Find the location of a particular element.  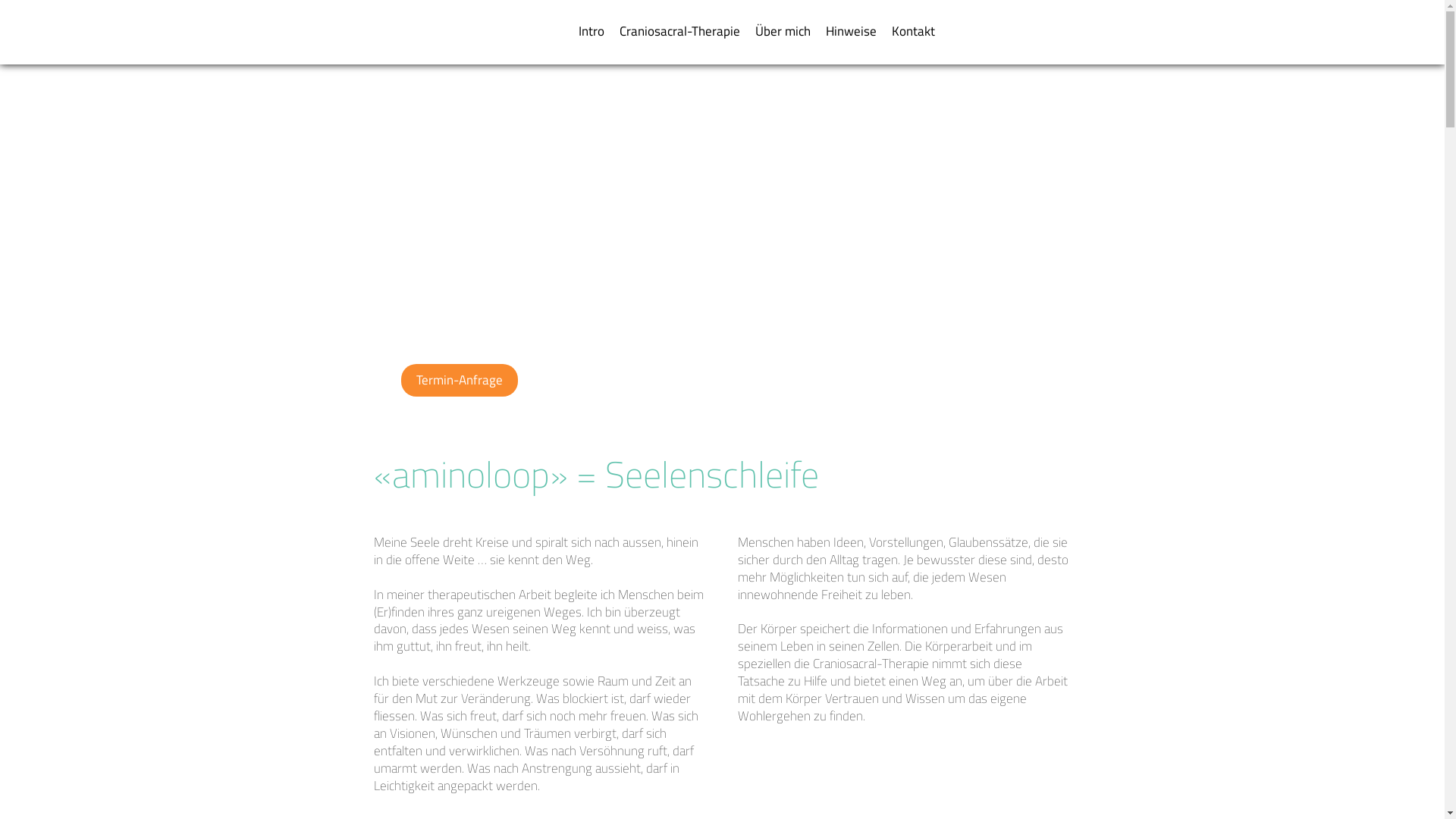

'Hinweise' is located at coordinates (850, 31).